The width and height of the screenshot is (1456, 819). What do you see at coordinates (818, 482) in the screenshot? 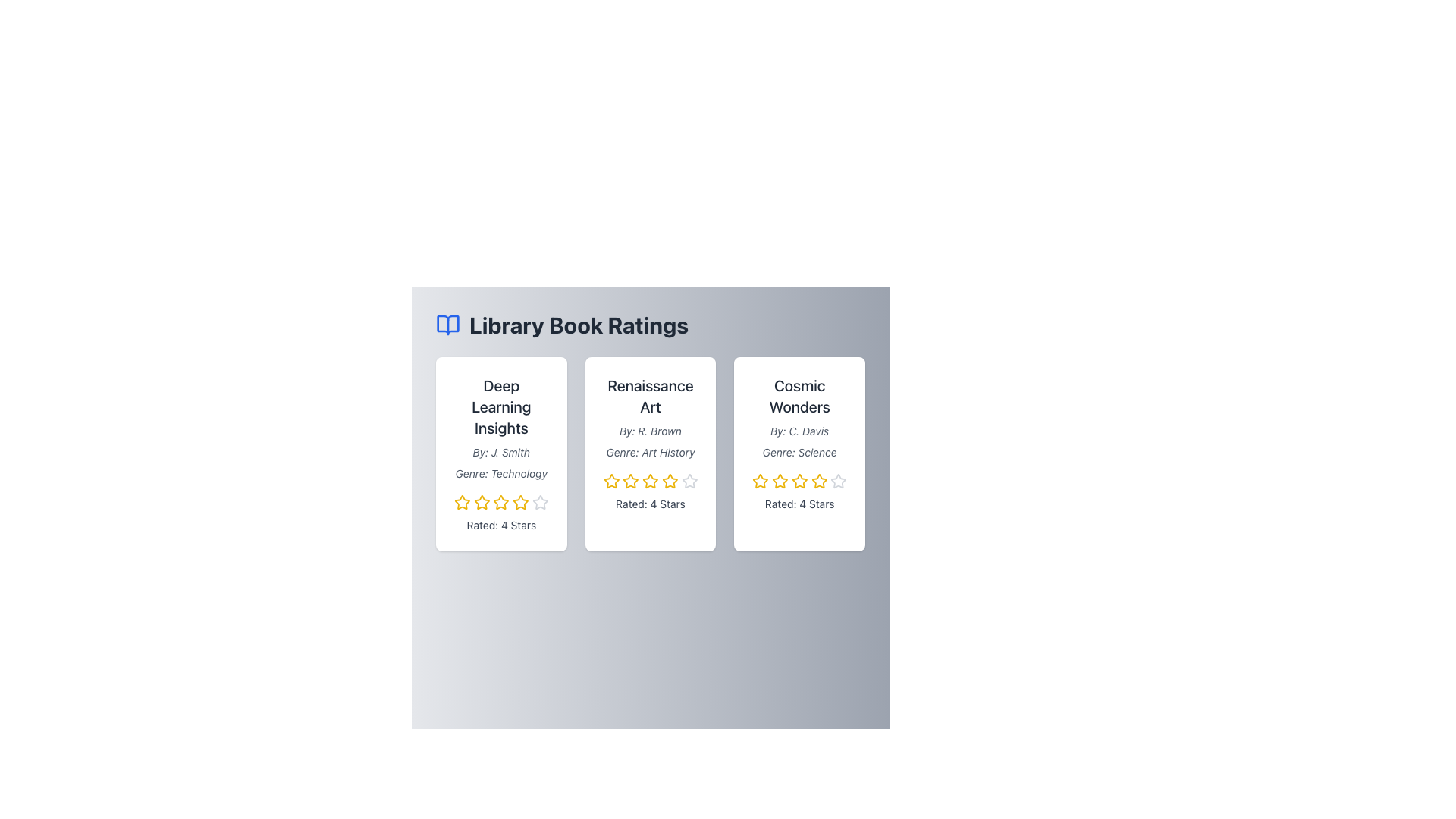
I see `the fifth yellow star icon in the rating system located below the 'Cosmic Wonders' book card` at bounding box center [818, 482].